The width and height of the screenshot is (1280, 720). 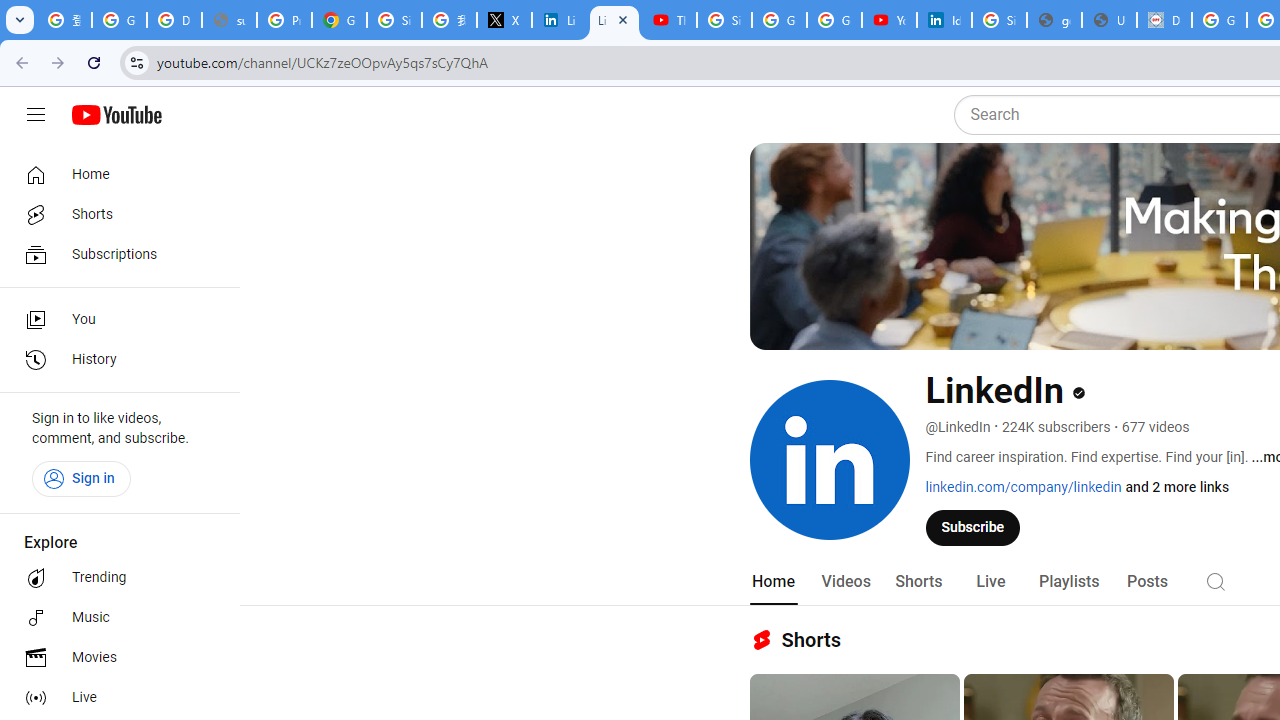 What do you see at coordinates (1067, 581) in the screenshot?
I see `'Playlists'` at bounding box center [1067, 581].